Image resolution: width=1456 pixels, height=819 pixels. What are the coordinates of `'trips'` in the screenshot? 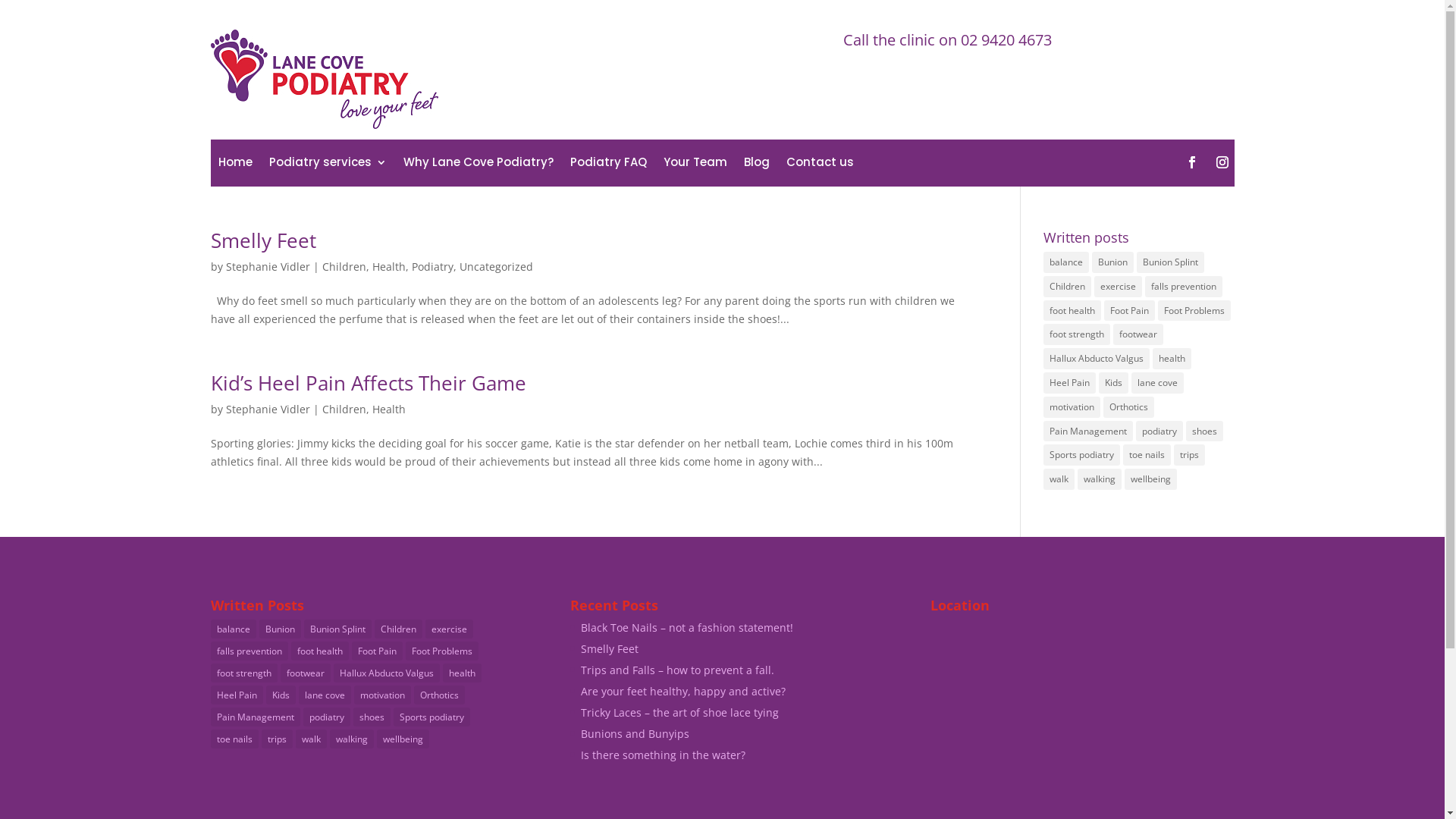 It's located at (276, 738).